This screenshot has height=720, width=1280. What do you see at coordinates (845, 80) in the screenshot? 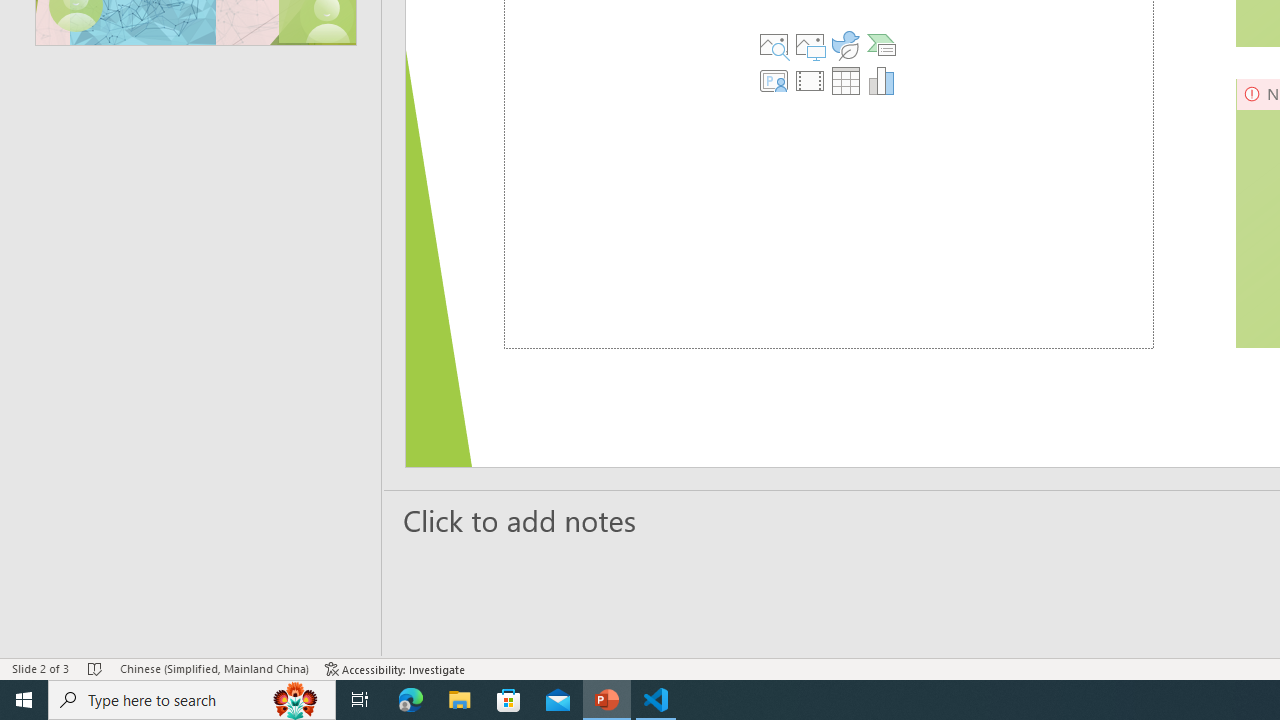
I see `'Insert Table'` at bounding box center [845, 80].